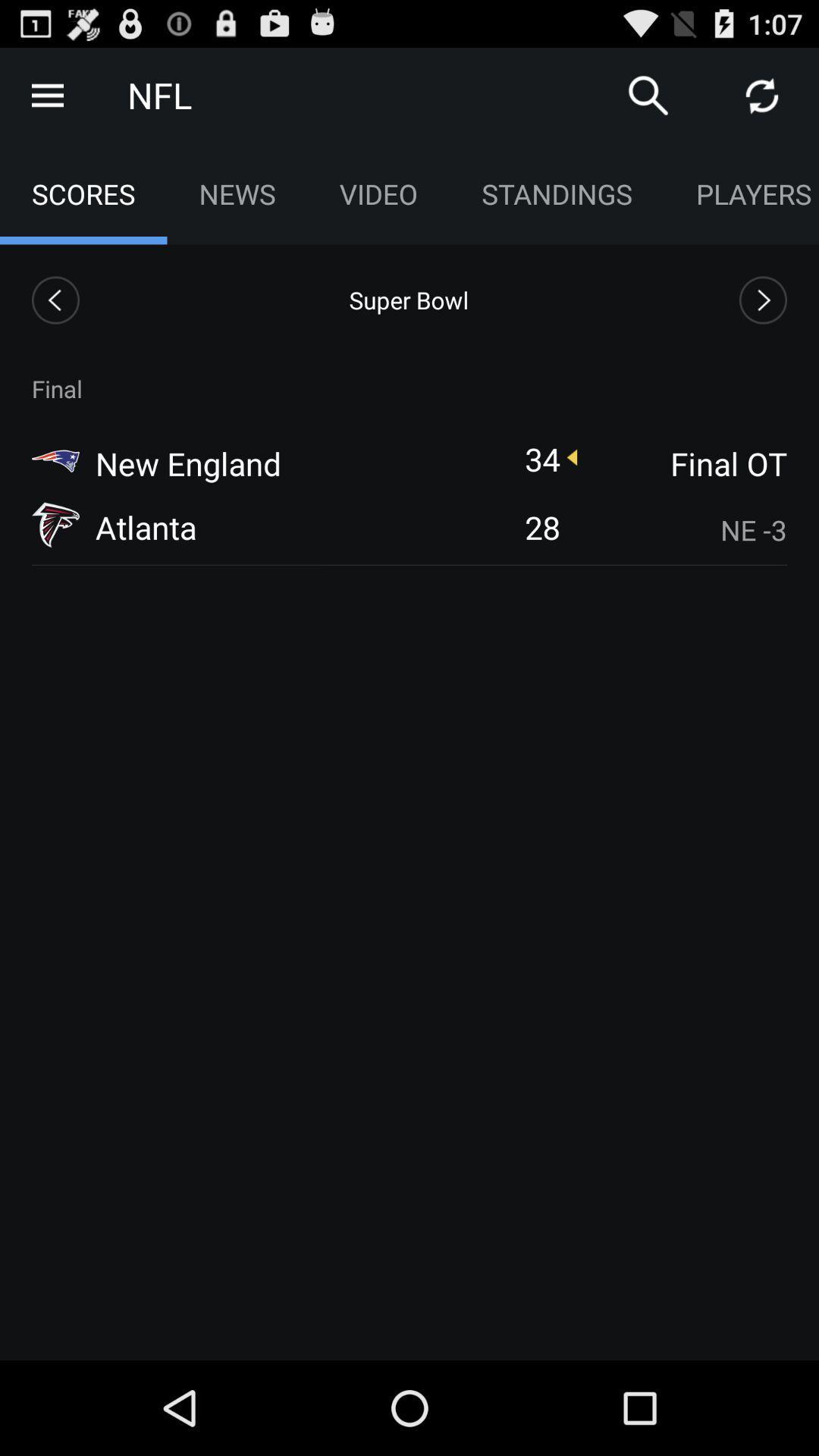 This screenshot has width=819, height=1456. I want to click on 34 app, so click(541, 458).